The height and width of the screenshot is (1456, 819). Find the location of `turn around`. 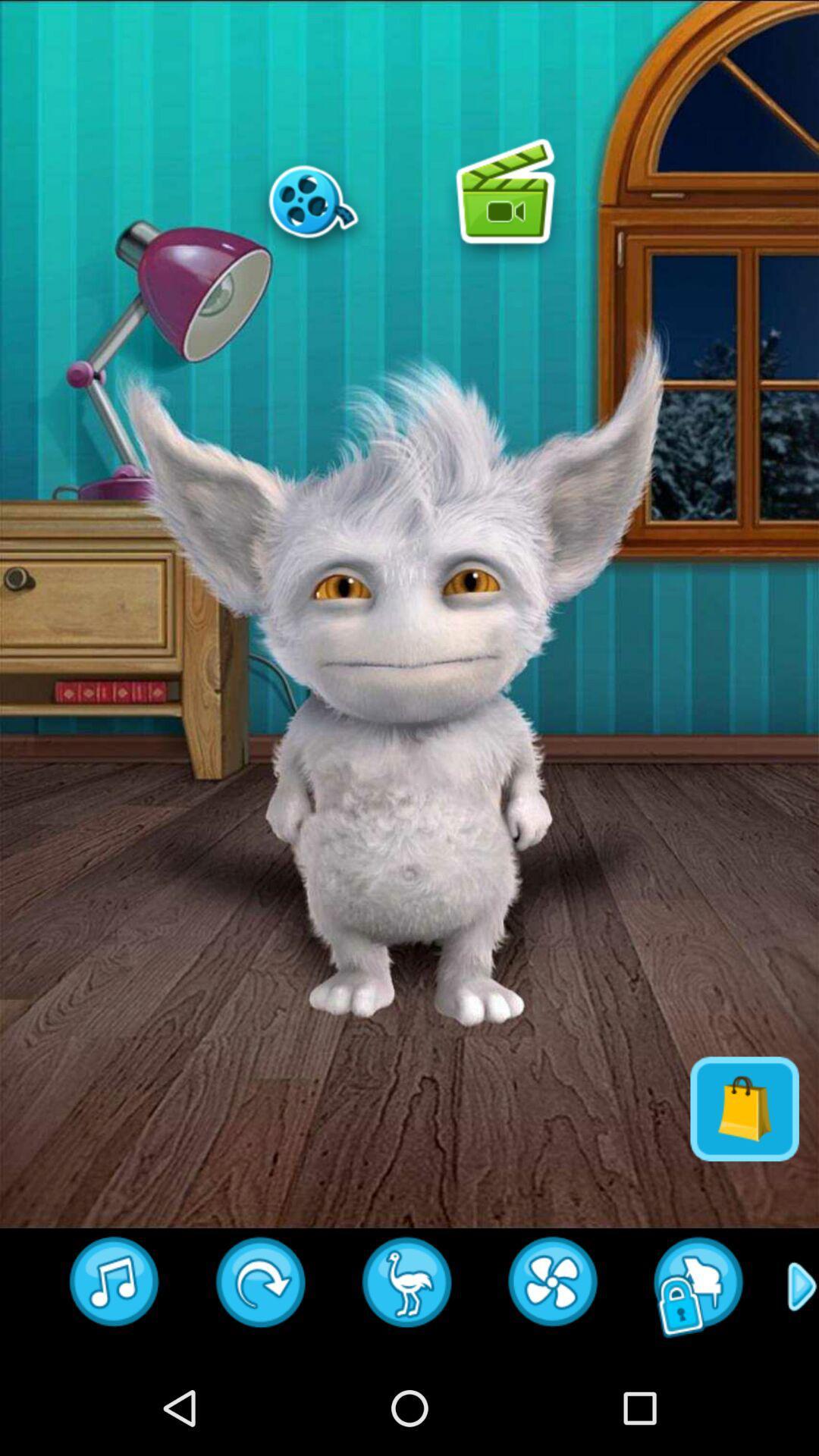

turn around is located at coordinates (260, 1286).